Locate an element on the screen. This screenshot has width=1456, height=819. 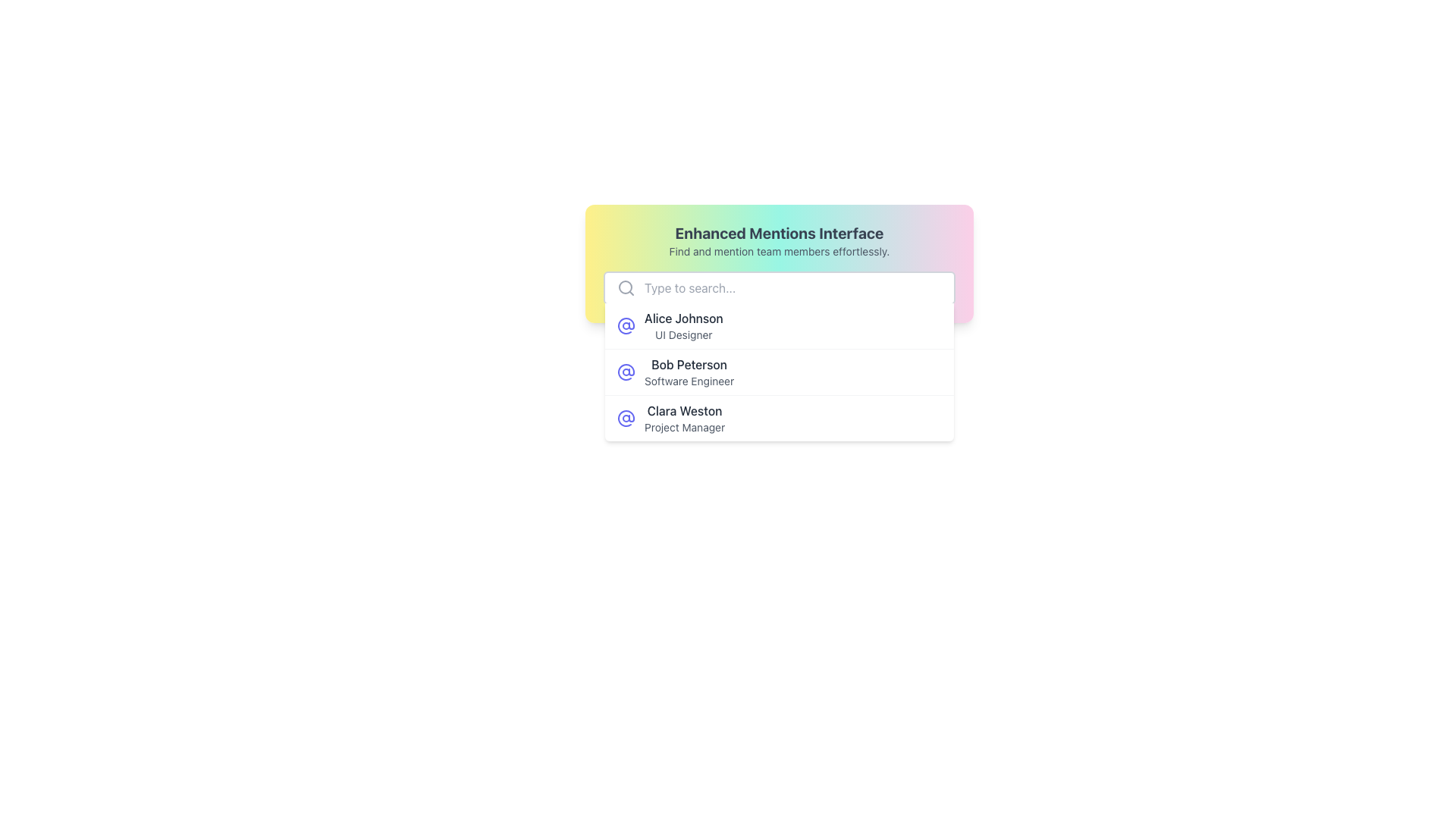
the Informational Component (Header with Description) that serves as the title and introductory section for the interface, positioned centrally at the topmost segment of the layout is located at coordinates (779, 262).